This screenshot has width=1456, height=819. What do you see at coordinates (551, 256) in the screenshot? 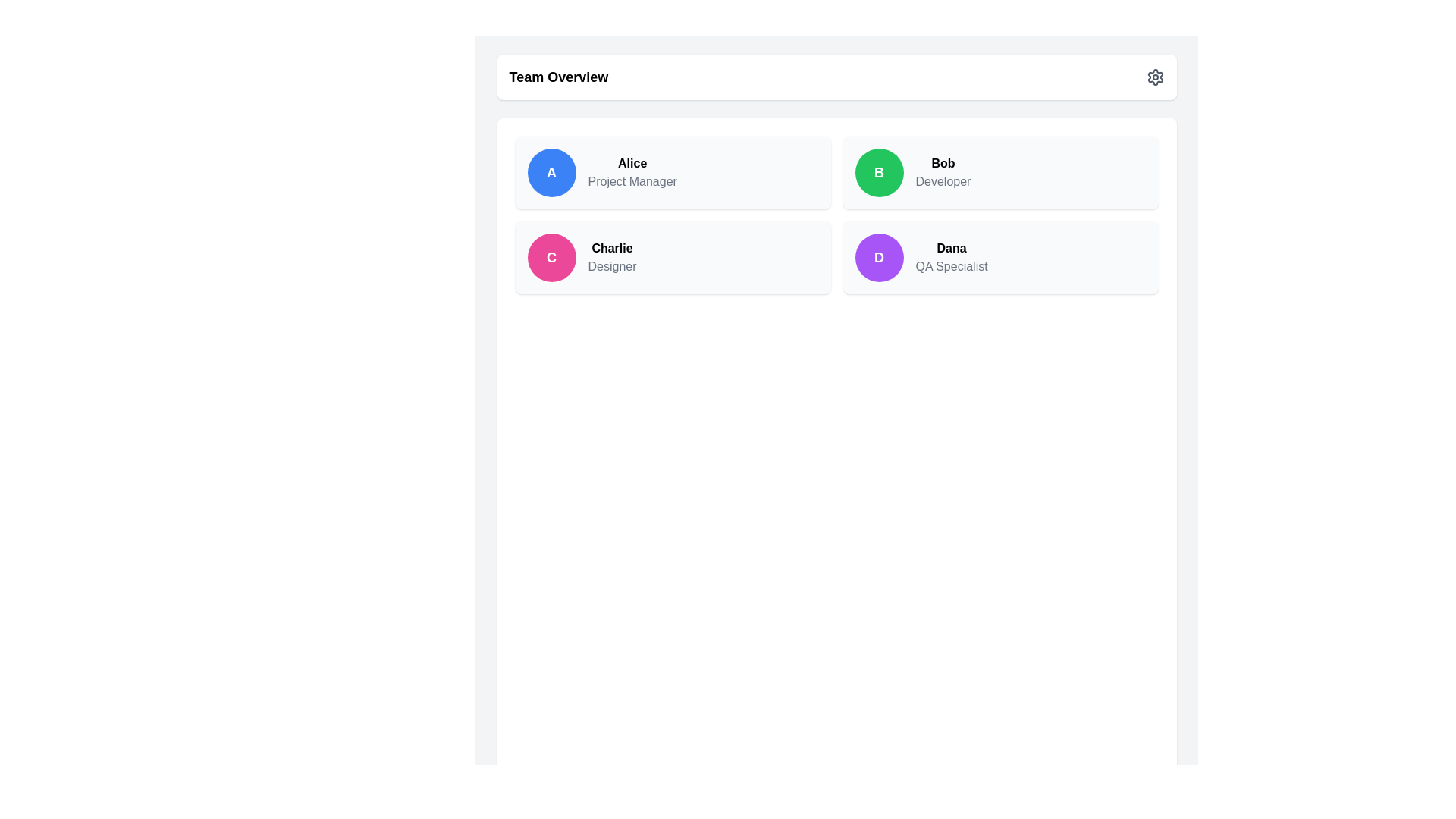
I see `the circular badge representing the user 'Charlie' with a bright pink background and a white uppercase letter 'C' at its center, located in the 'Team Overview' section` at bounding box center [551, 256].